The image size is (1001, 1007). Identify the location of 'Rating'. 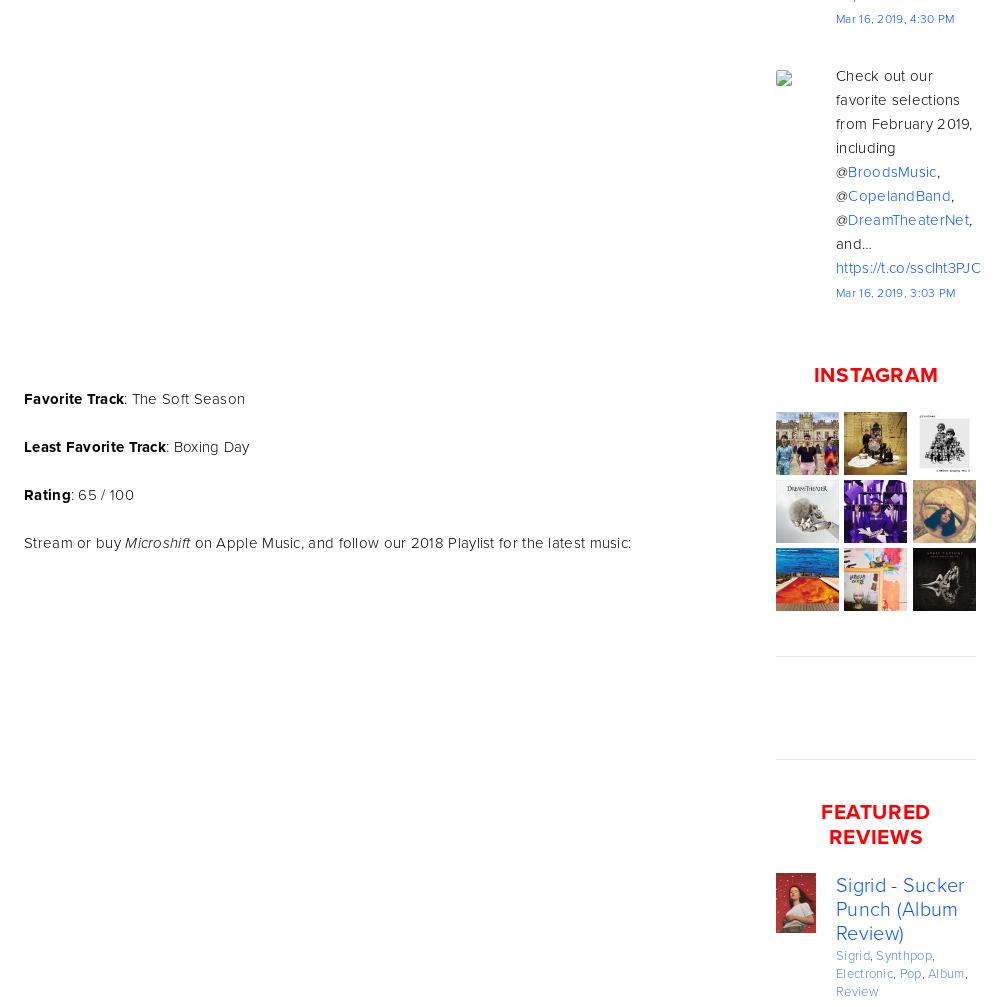
(24, 495).